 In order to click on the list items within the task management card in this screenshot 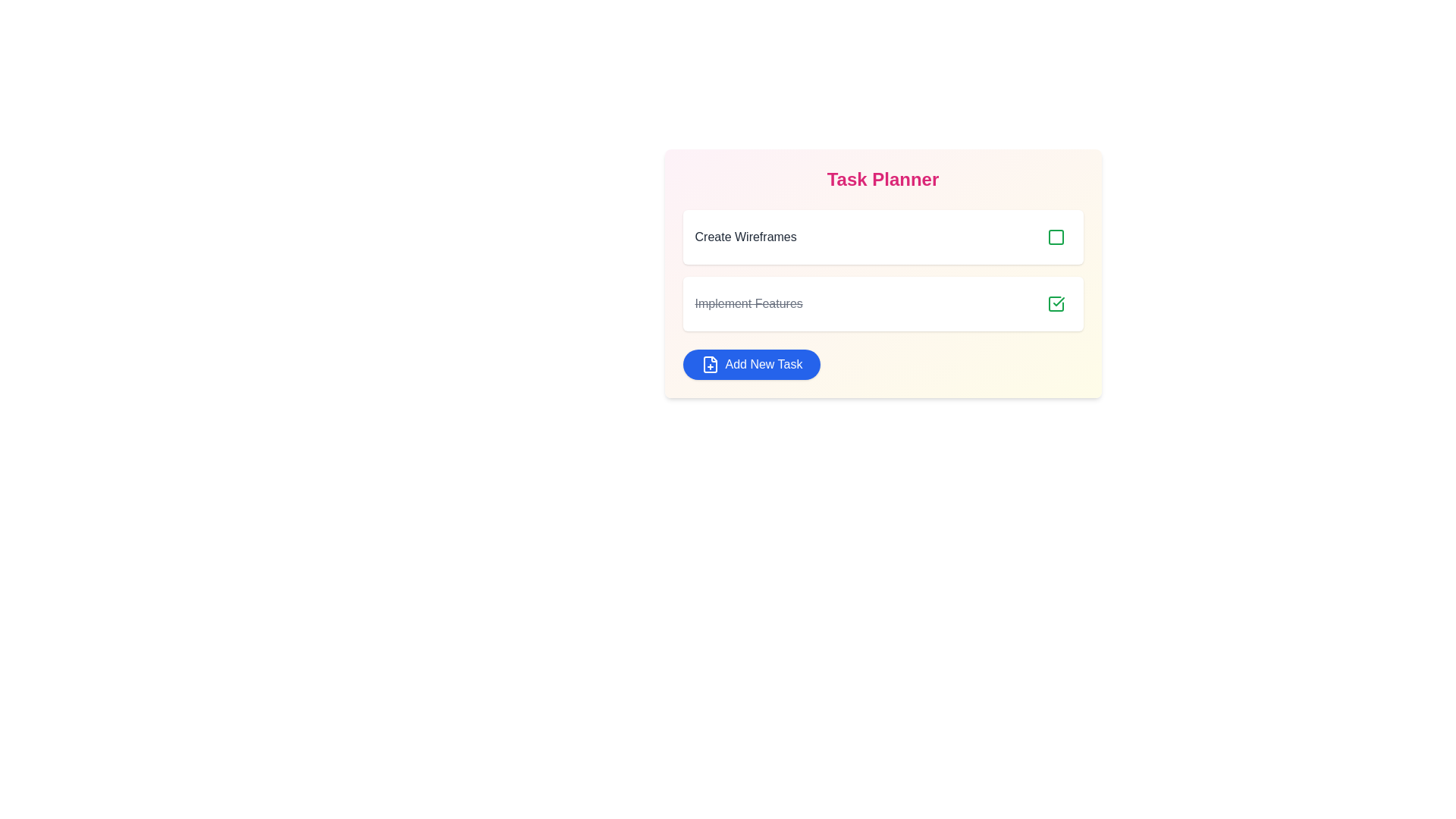, I will do `click(883, 274)`.